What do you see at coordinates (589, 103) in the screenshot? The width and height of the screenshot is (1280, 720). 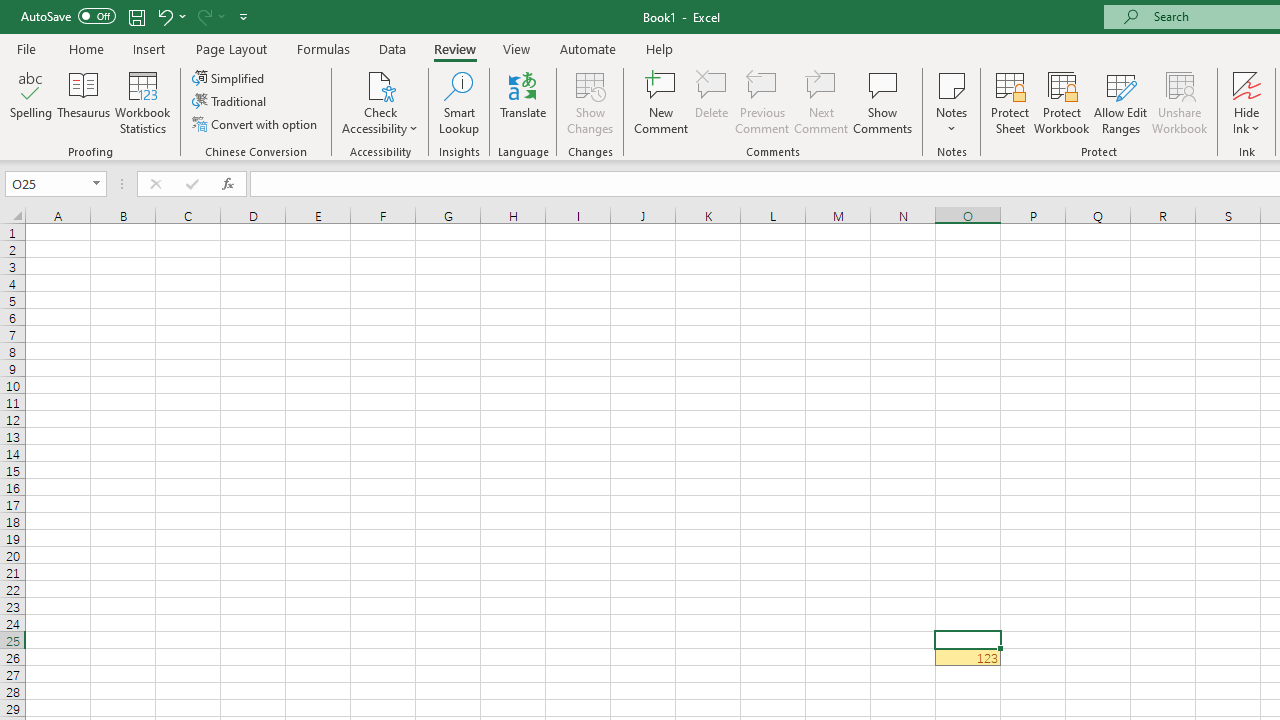 I see `'Show Changes'` at bounding box center [589, 103].